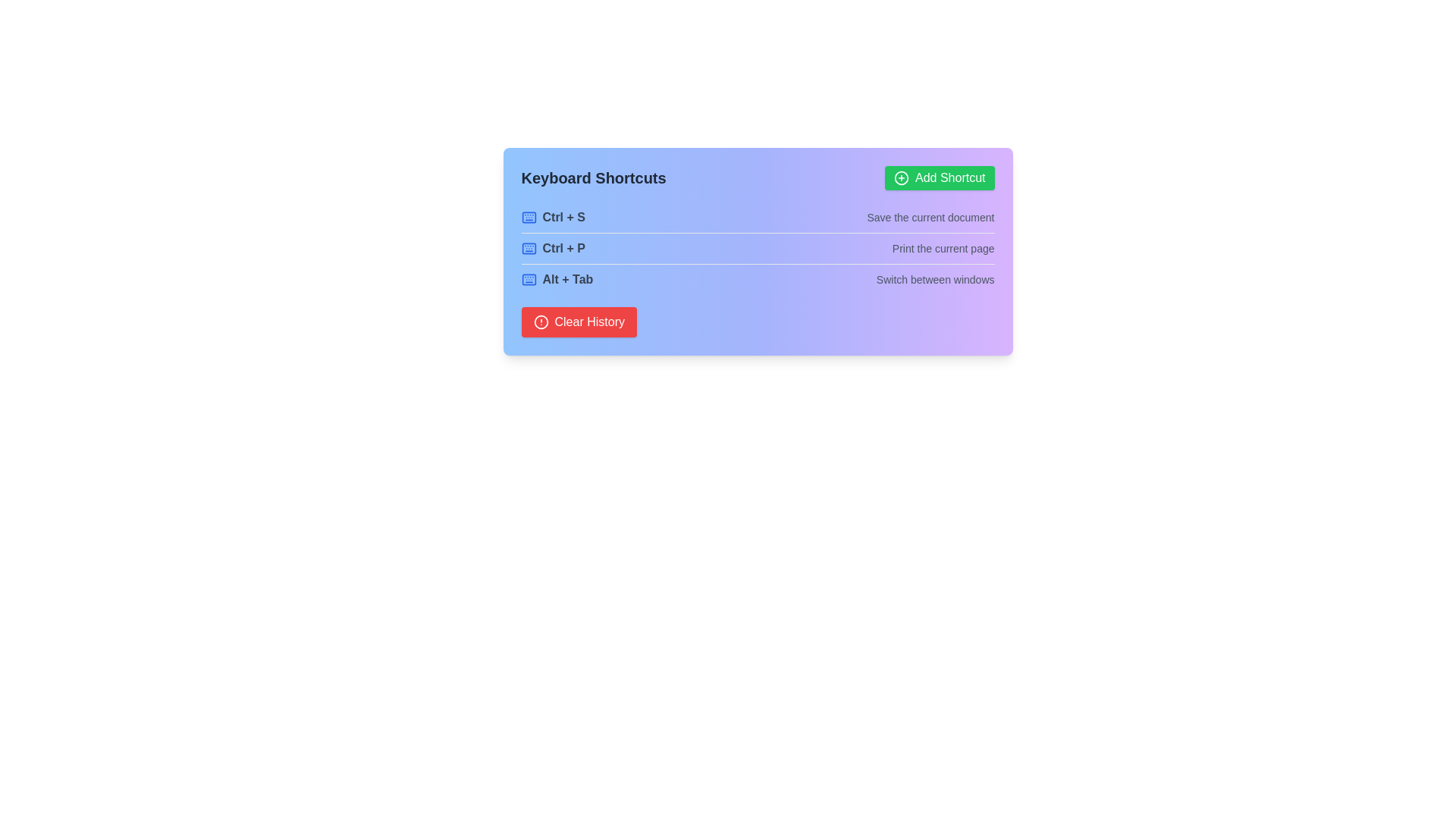  Describe the element at coordinates (552, 217) in the screenshot. I see `the Label with icon that displays the keyboard shortcut 'Ctrl + S' for the save action, located in the top-left corner of the panel listing keyboard shortcuts` at that location.